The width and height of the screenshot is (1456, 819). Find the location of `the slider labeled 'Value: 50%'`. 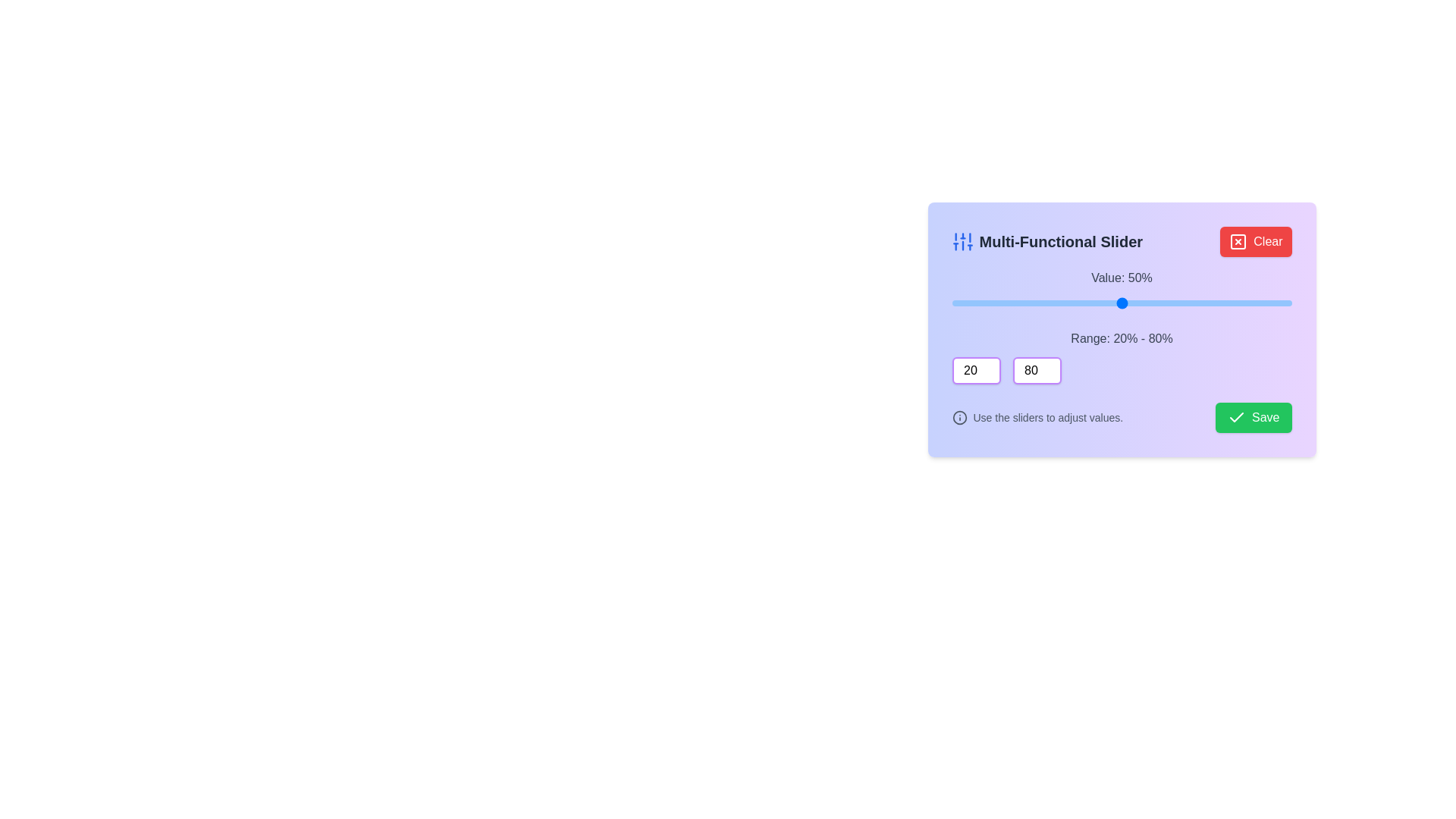

the slider labeled 'Value: 50%' is located at coordinates (1122, 290).